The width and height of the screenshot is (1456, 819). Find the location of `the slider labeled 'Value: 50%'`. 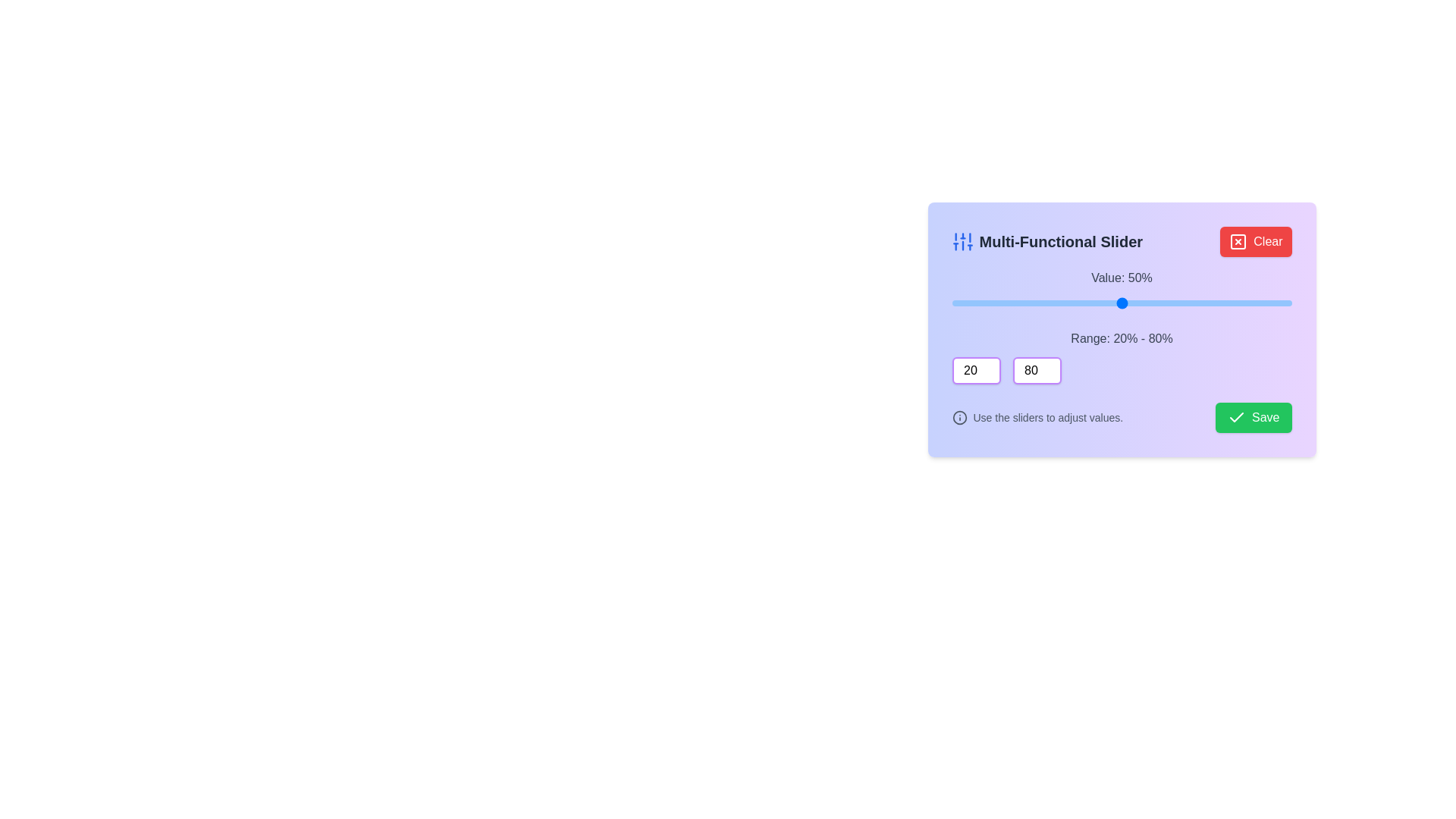

the slider labeled 'Value: 50%' is located at coordinates (1122, 290).